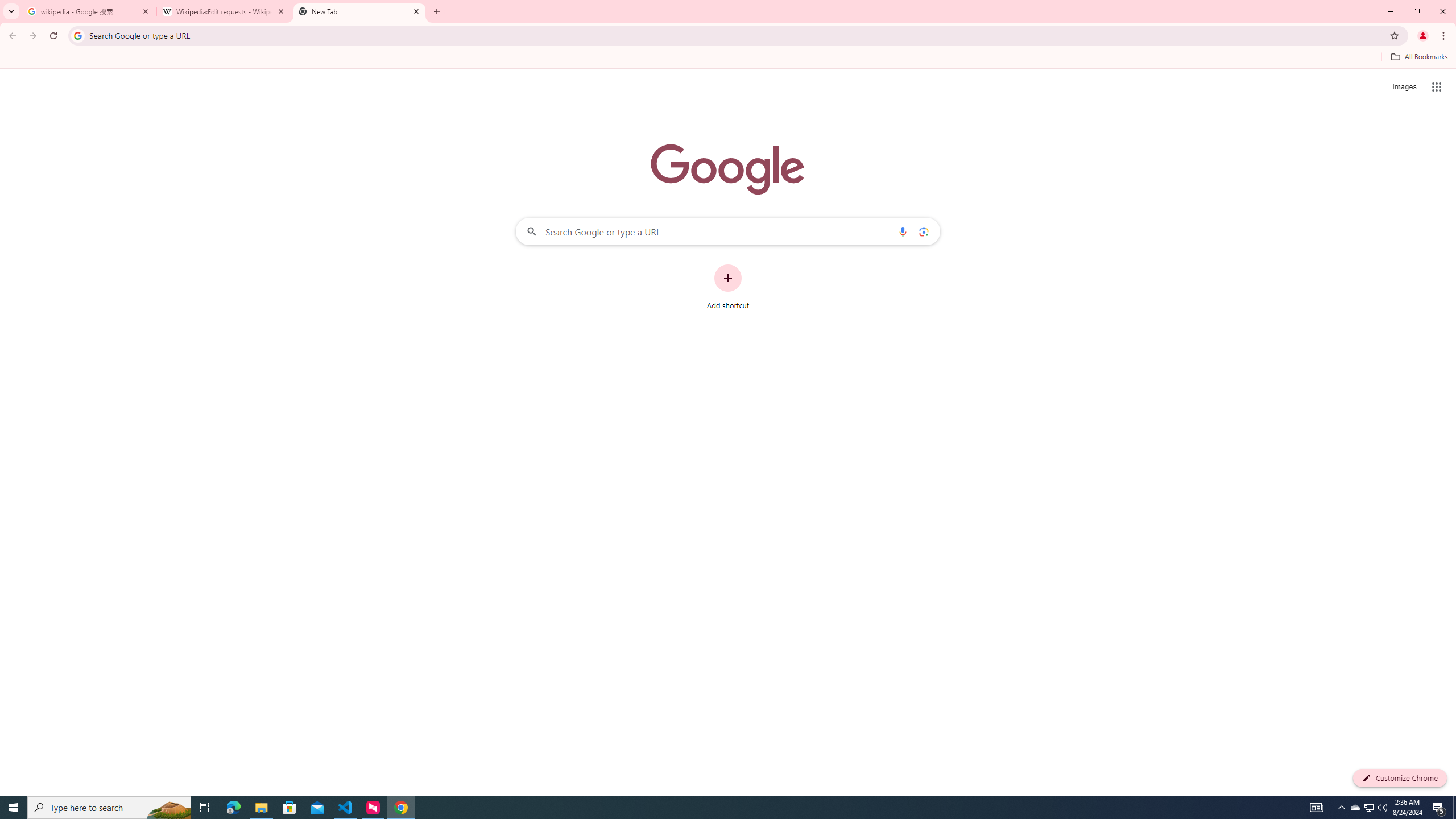 The width and height of the screenshot is (1456, 819). What do you see at coordinates (1400, 777) in the screenshot?
I see `'Customize Chrome'` at bounding box center [1400, 777].